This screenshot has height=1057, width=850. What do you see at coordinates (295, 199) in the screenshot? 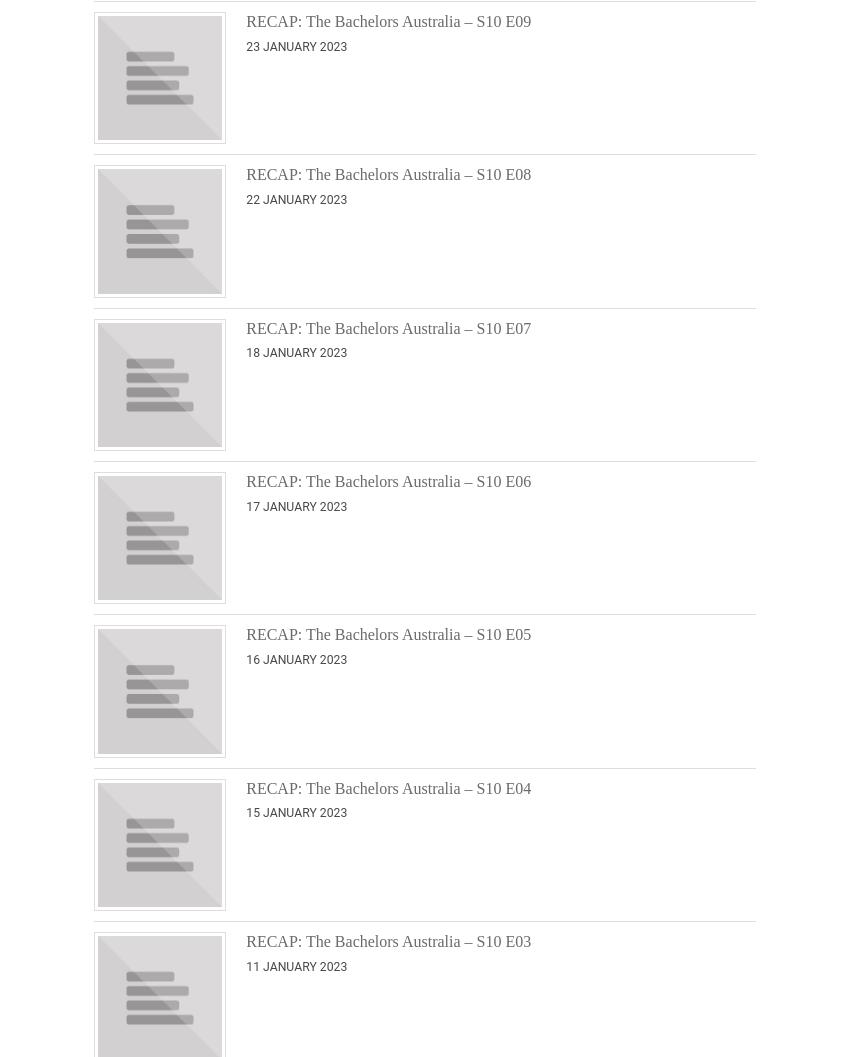
I see `'22 January 2023'` at bounding box center [295, 199].